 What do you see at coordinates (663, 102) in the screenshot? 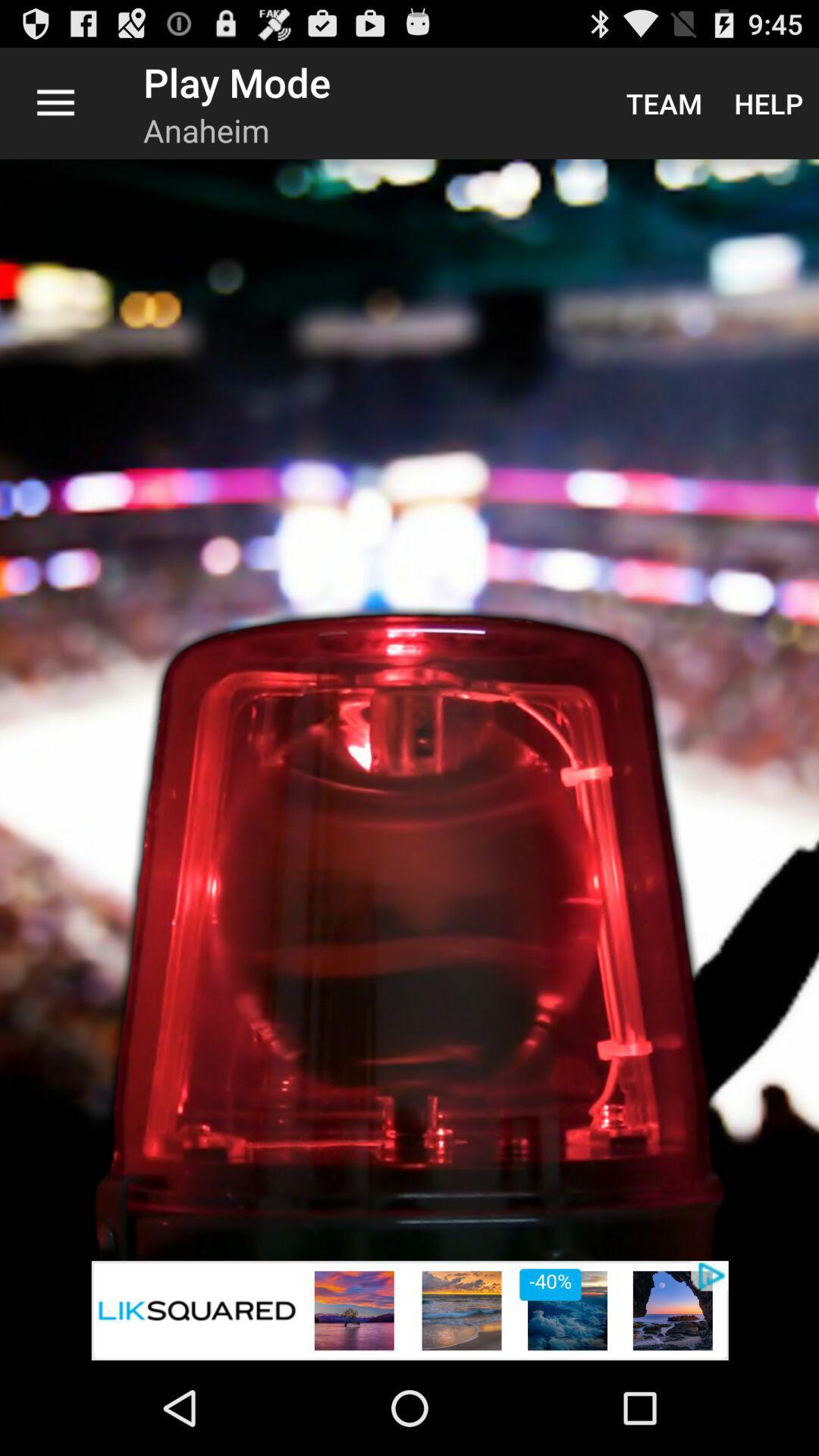
I see `team icon` at bounding box center [663, 102].